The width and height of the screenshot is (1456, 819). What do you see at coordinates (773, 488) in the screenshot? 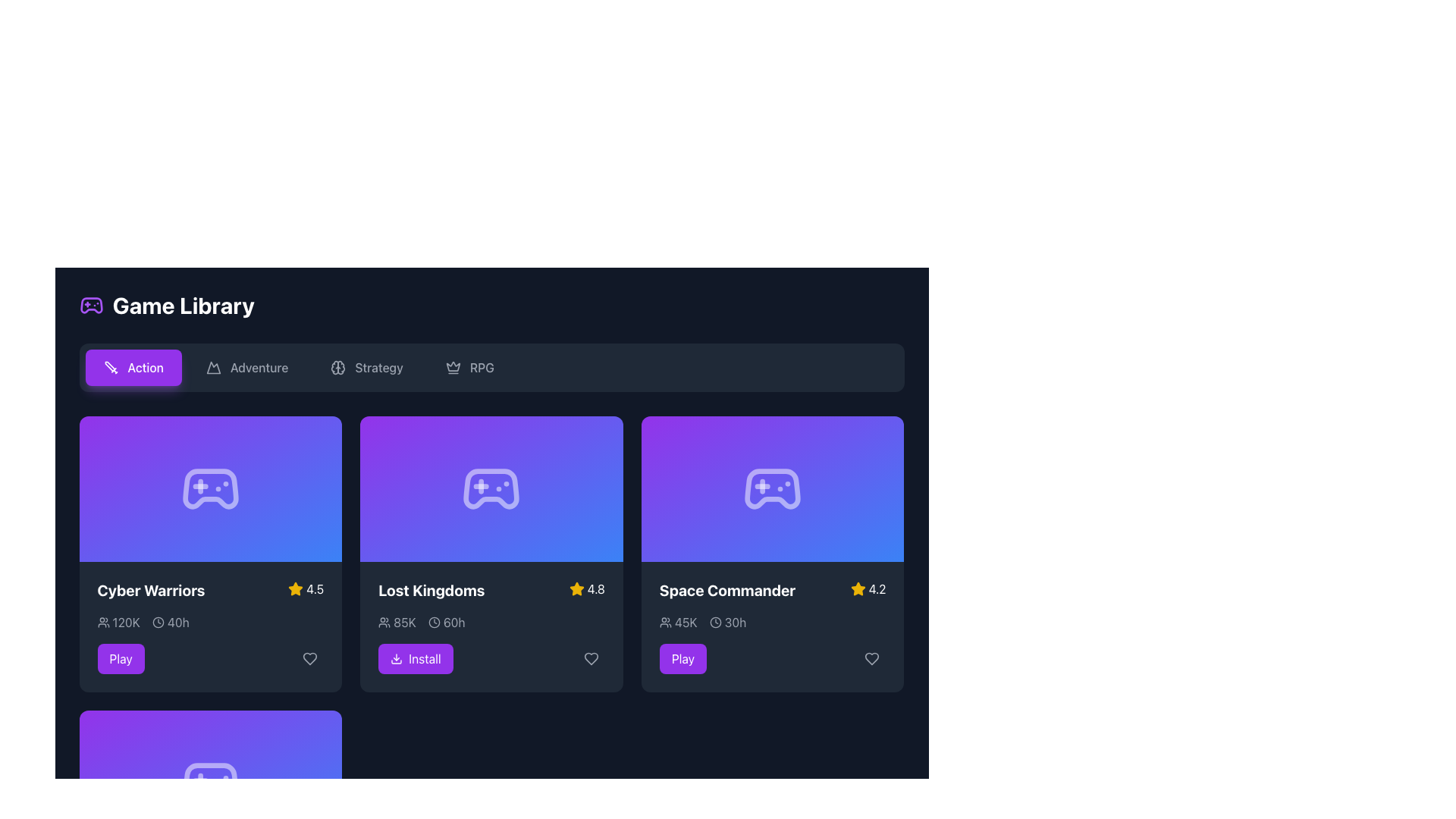
I see `the visual representation of the 'Space Commander' game located in the third column of the game library interface` at bounding box center [773, 488].